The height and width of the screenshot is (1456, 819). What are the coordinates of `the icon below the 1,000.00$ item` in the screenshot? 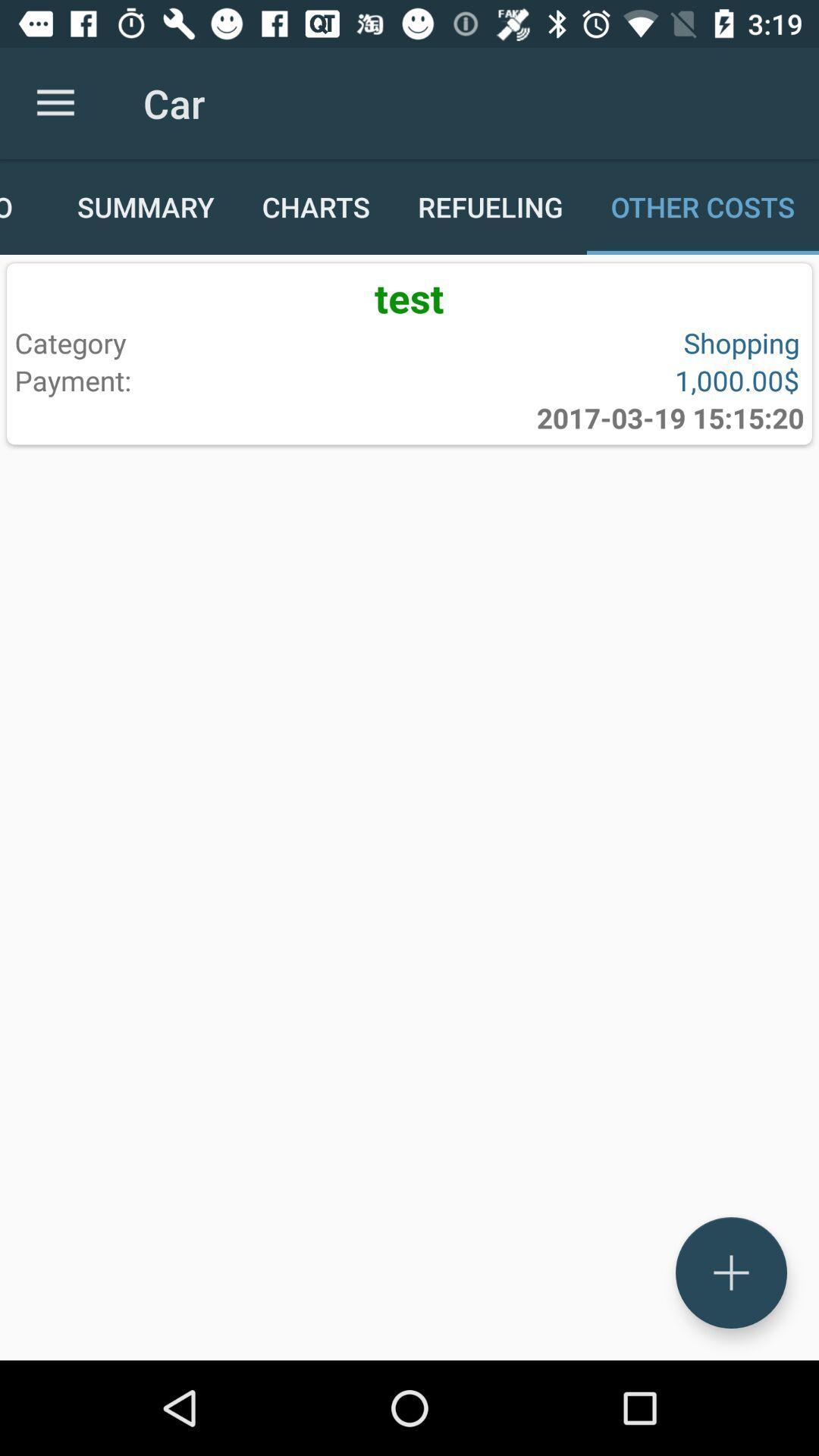 It's located at (670, 418).